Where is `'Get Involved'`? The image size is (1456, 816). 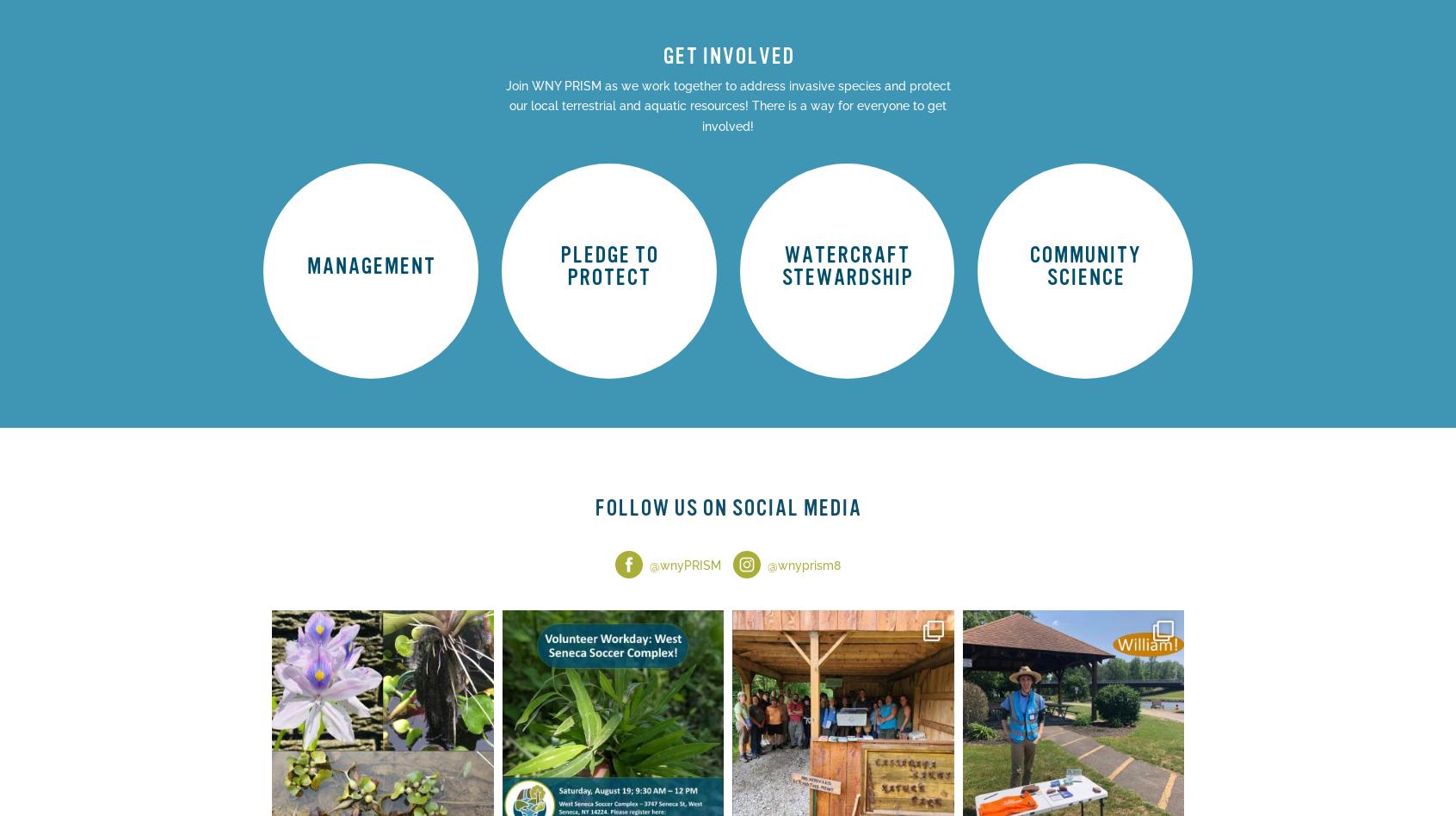
'Get Involved' is located at coordinates (1084, 304).